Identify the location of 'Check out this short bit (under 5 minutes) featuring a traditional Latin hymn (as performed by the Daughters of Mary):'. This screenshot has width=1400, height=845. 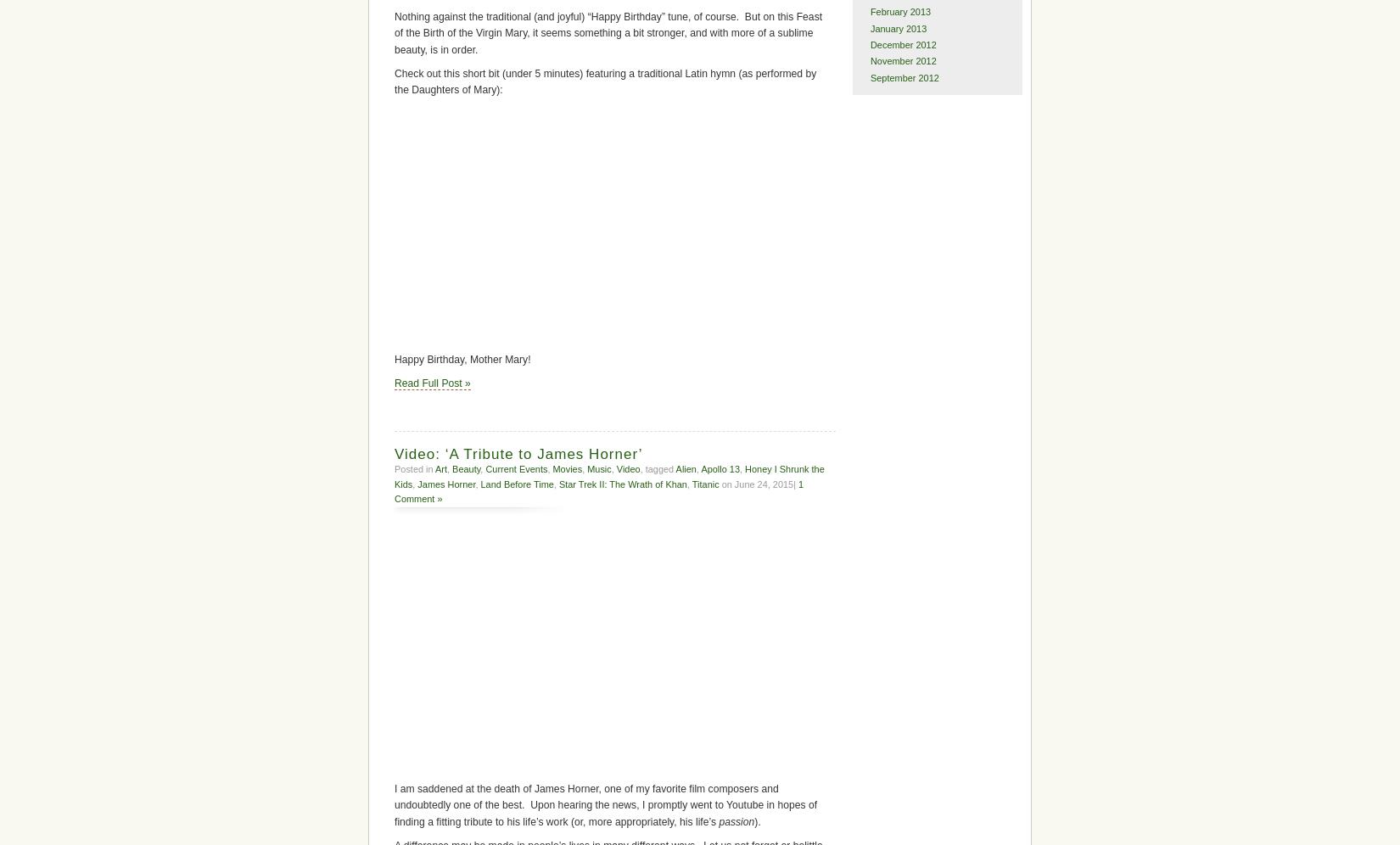
(604, 81).